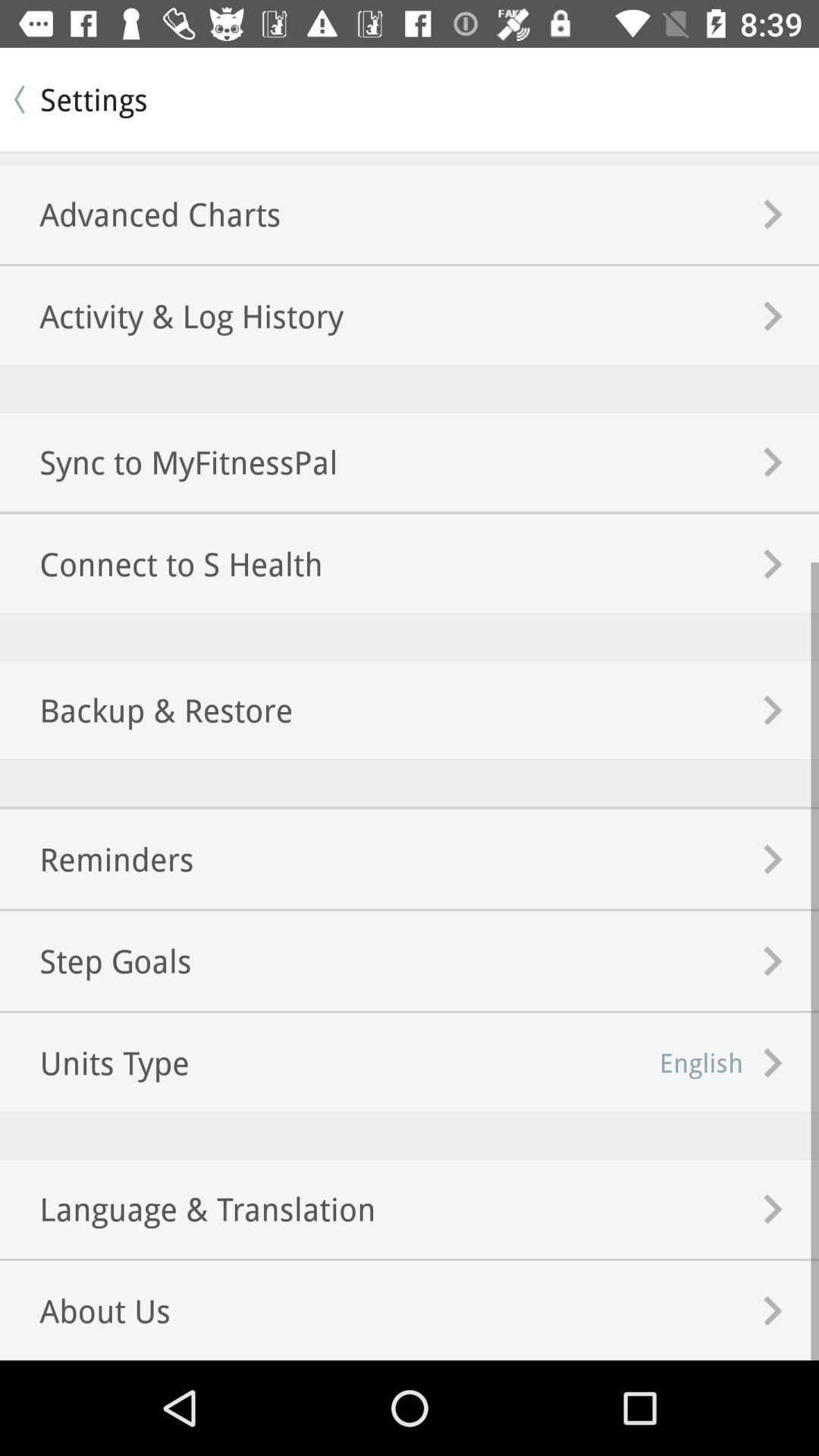 The height and width of the screenshot is (1456, 819). Describe the element at coordinates (701, 1062) in the screenshot. I see `icon to the right of the step goals` at that location.